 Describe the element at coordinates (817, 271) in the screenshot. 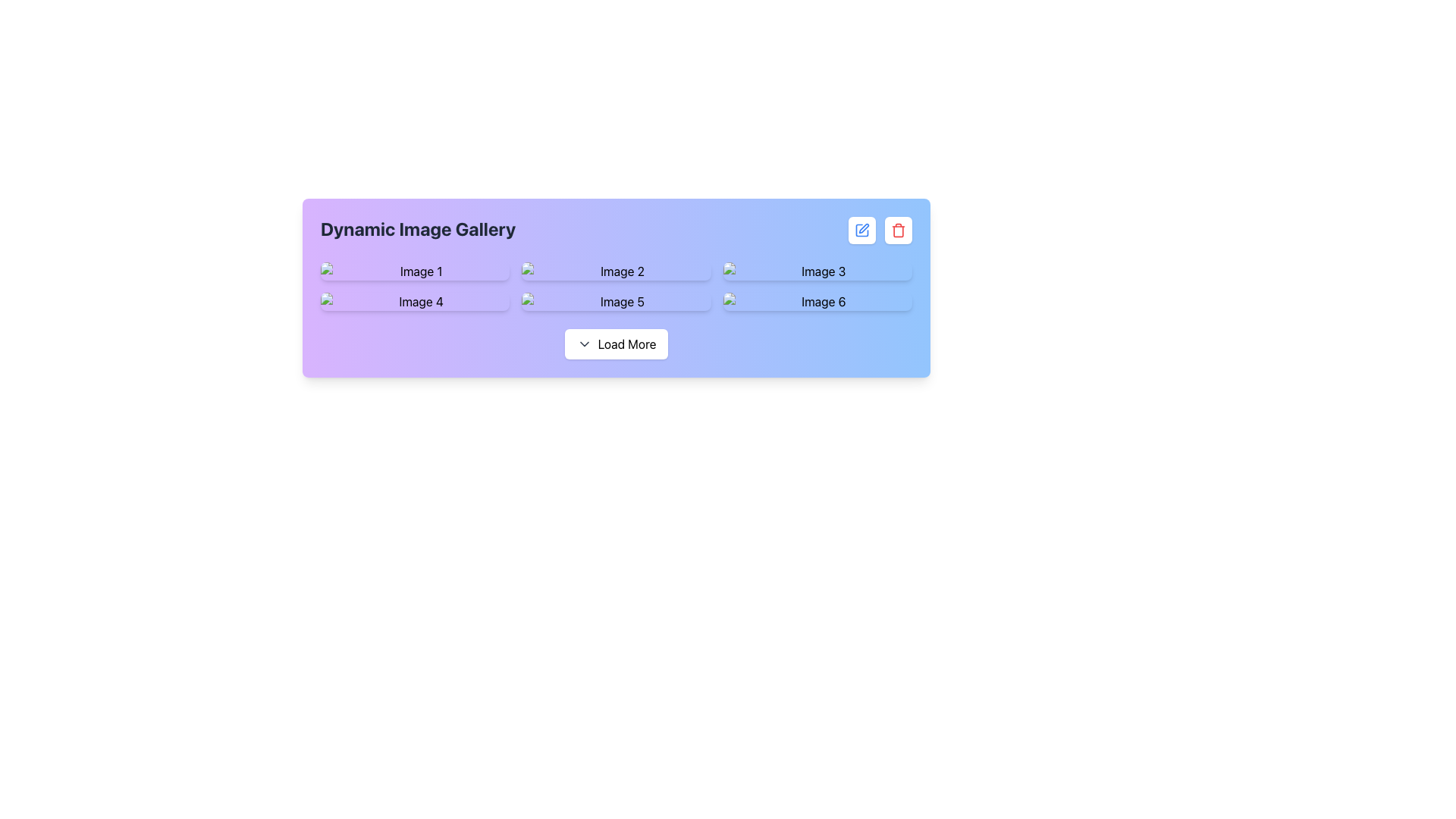

I see `the placeholder labeled 'Image 3'` at that location.